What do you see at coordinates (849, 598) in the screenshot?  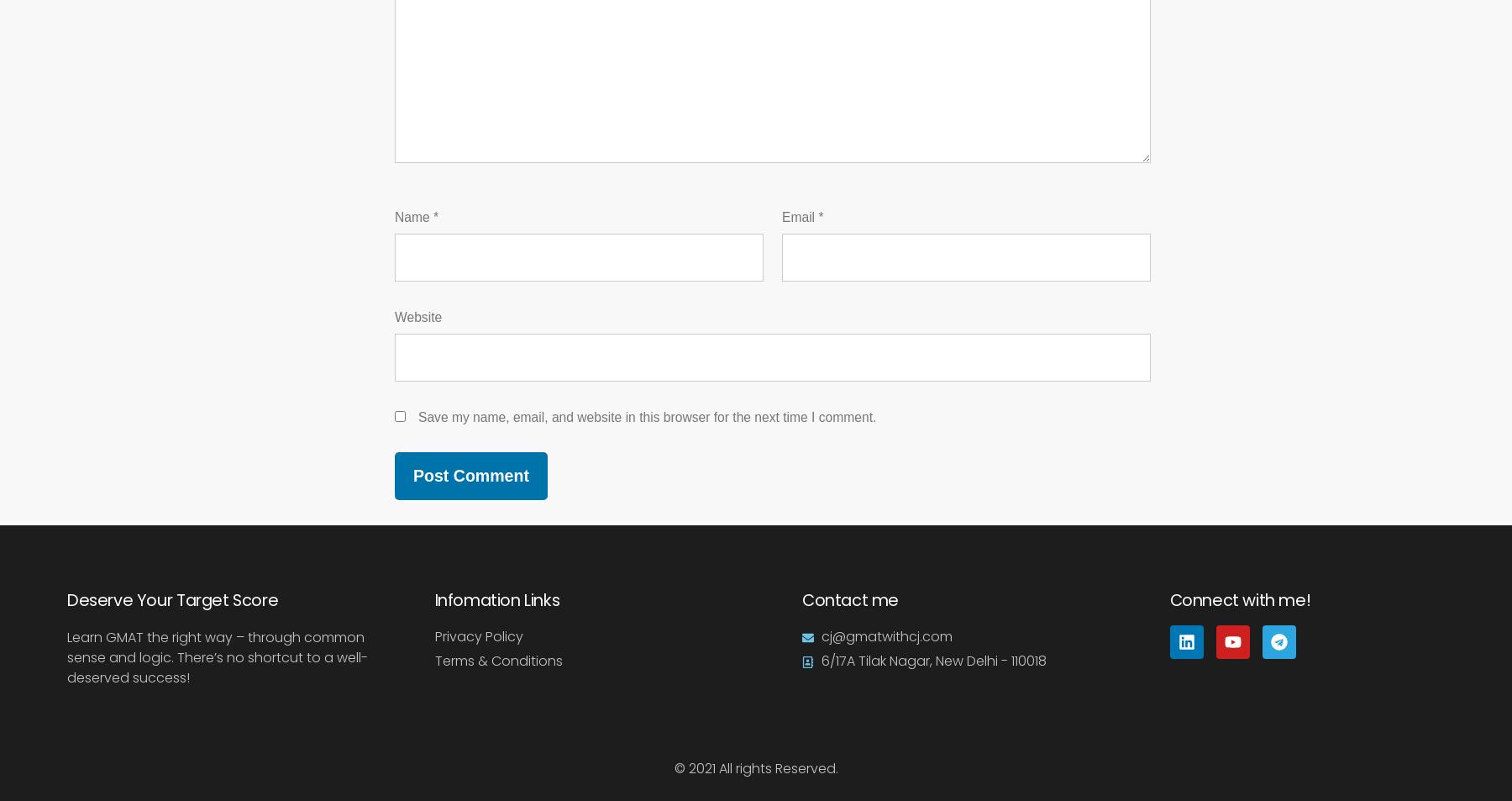 I see `'Contact me'` at bounding box center [849, 598].